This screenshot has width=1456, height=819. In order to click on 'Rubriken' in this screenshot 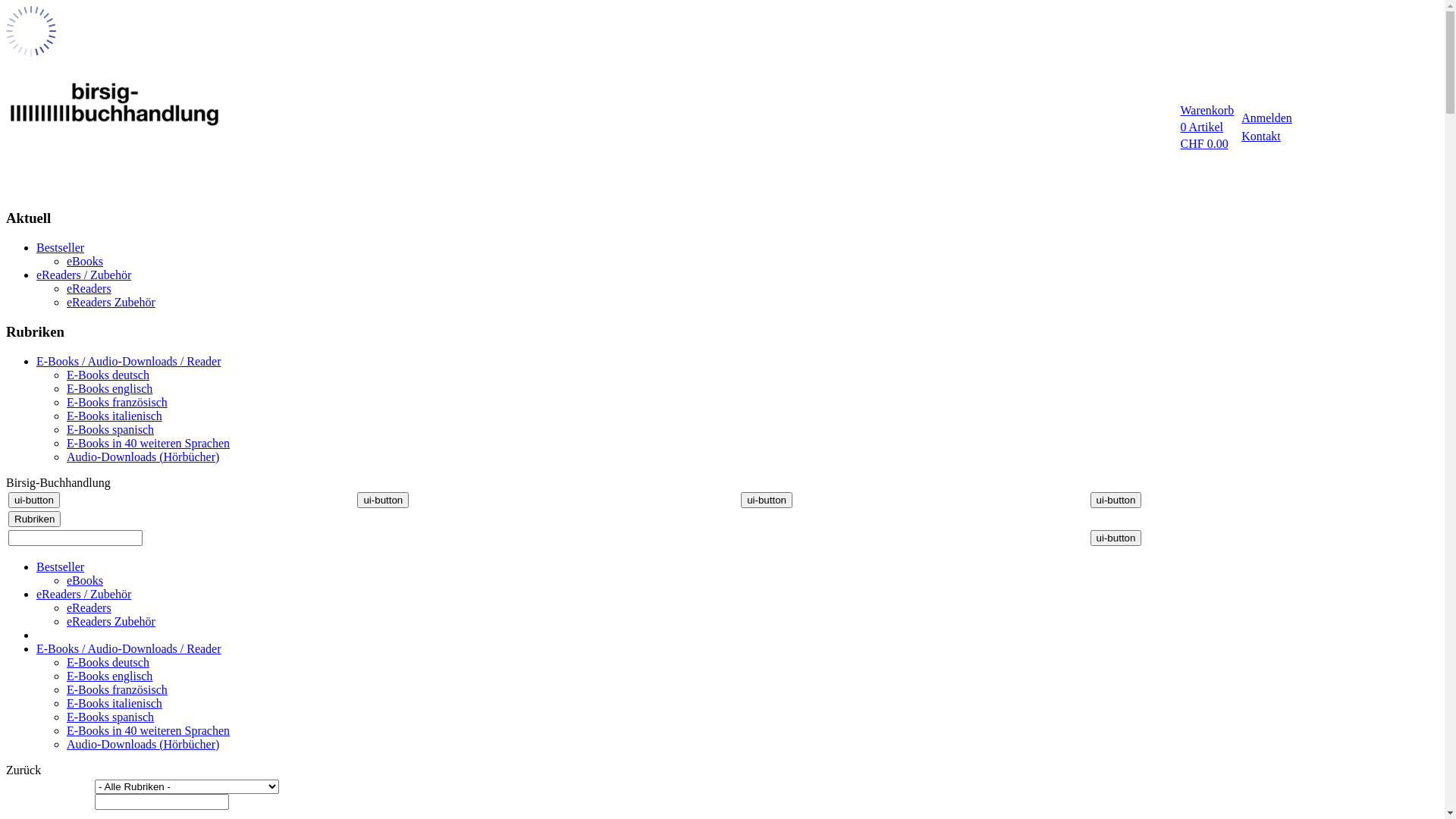, I will do `click(34, 518)`.